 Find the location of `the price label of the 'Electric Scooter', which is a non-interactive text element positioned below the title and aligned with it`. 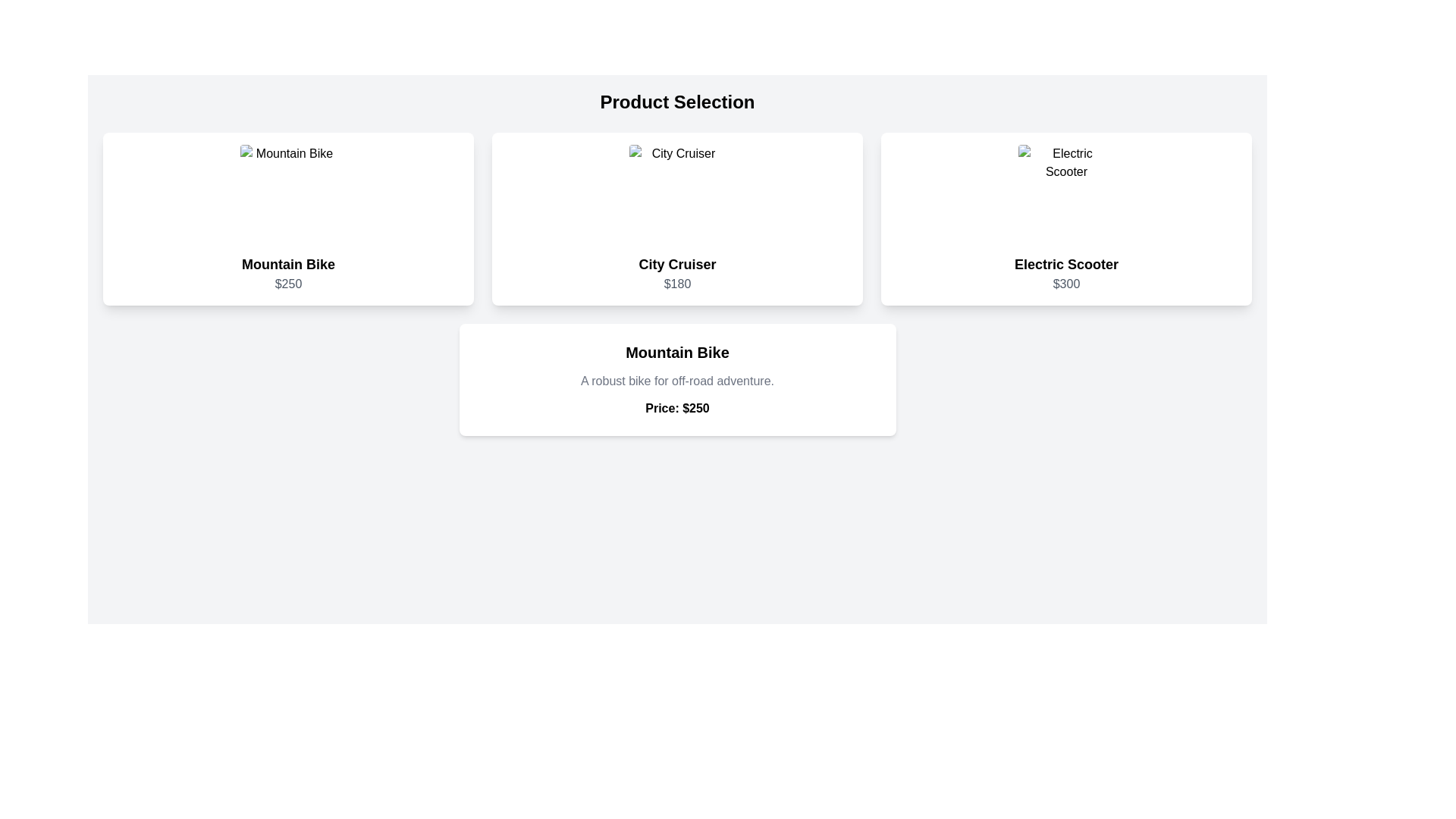

the price label of the 'Electric Scooter', which is a non-interactive text element positioned below the title and aligned with it is located at coordinates (1065, 284).